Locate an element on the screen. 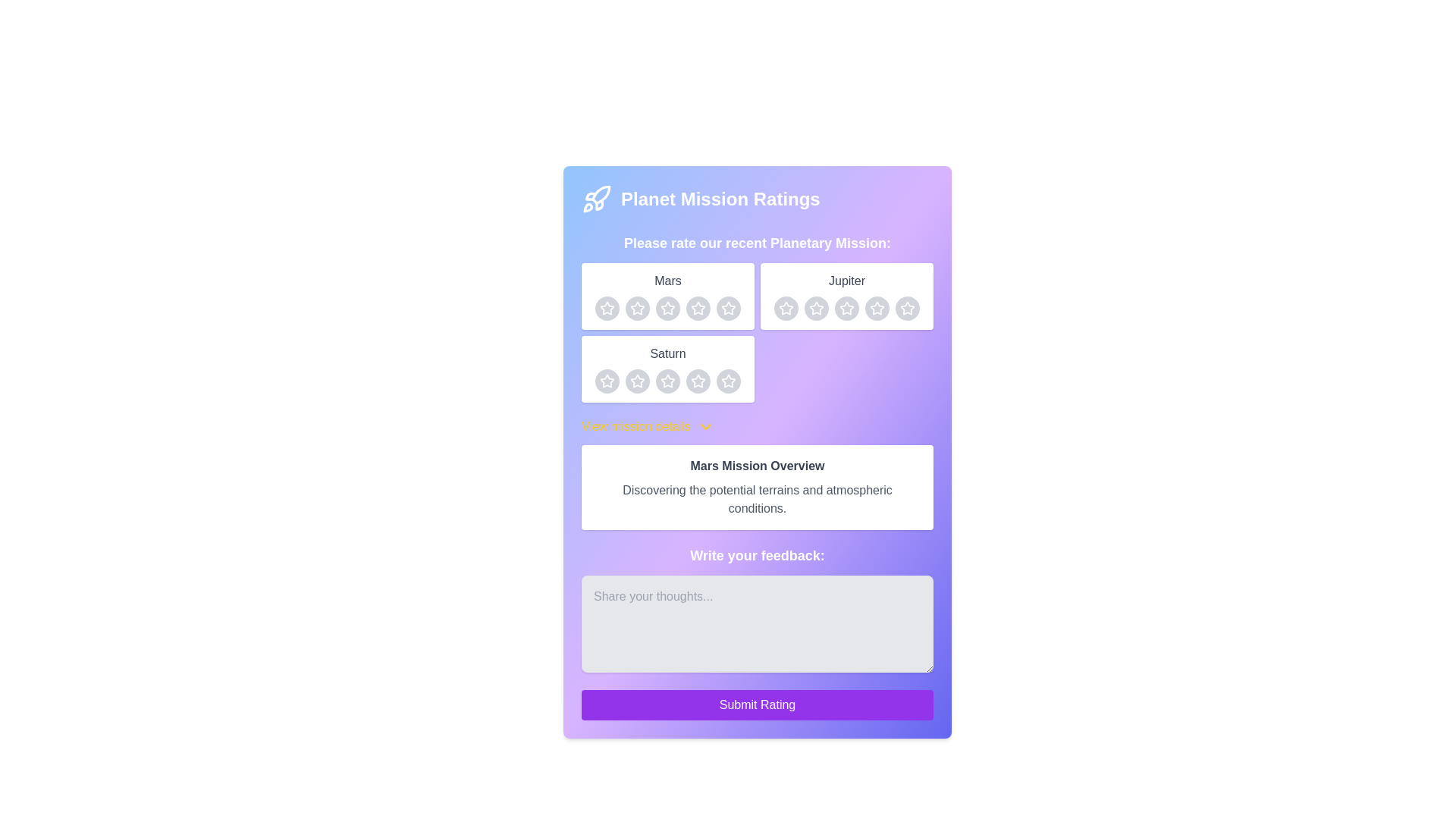  the first star icon in the rating system under the 'Mars' label is located at coordinates (607, 308).